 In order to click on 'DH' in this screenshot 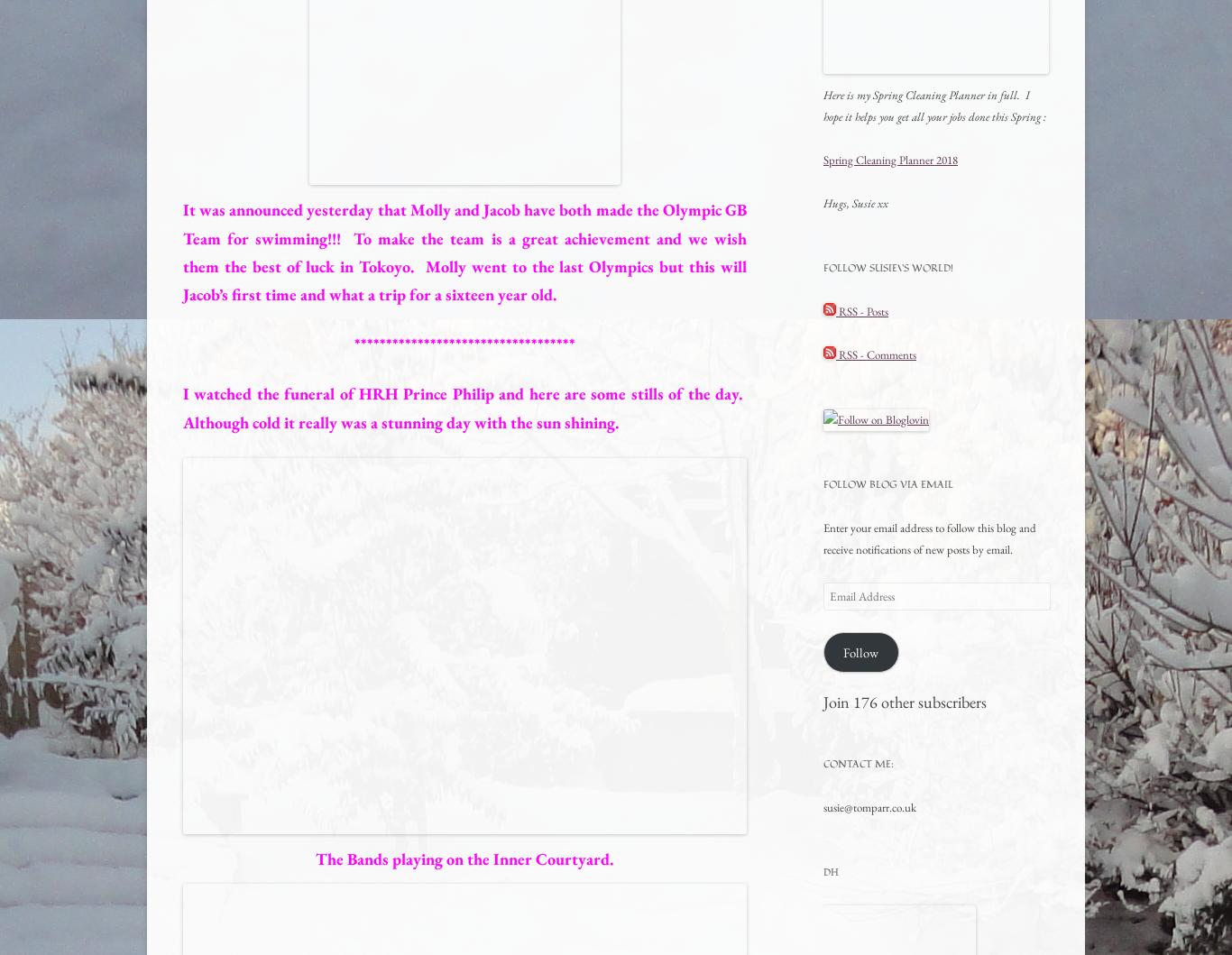, I will do `click(831, 871)`.